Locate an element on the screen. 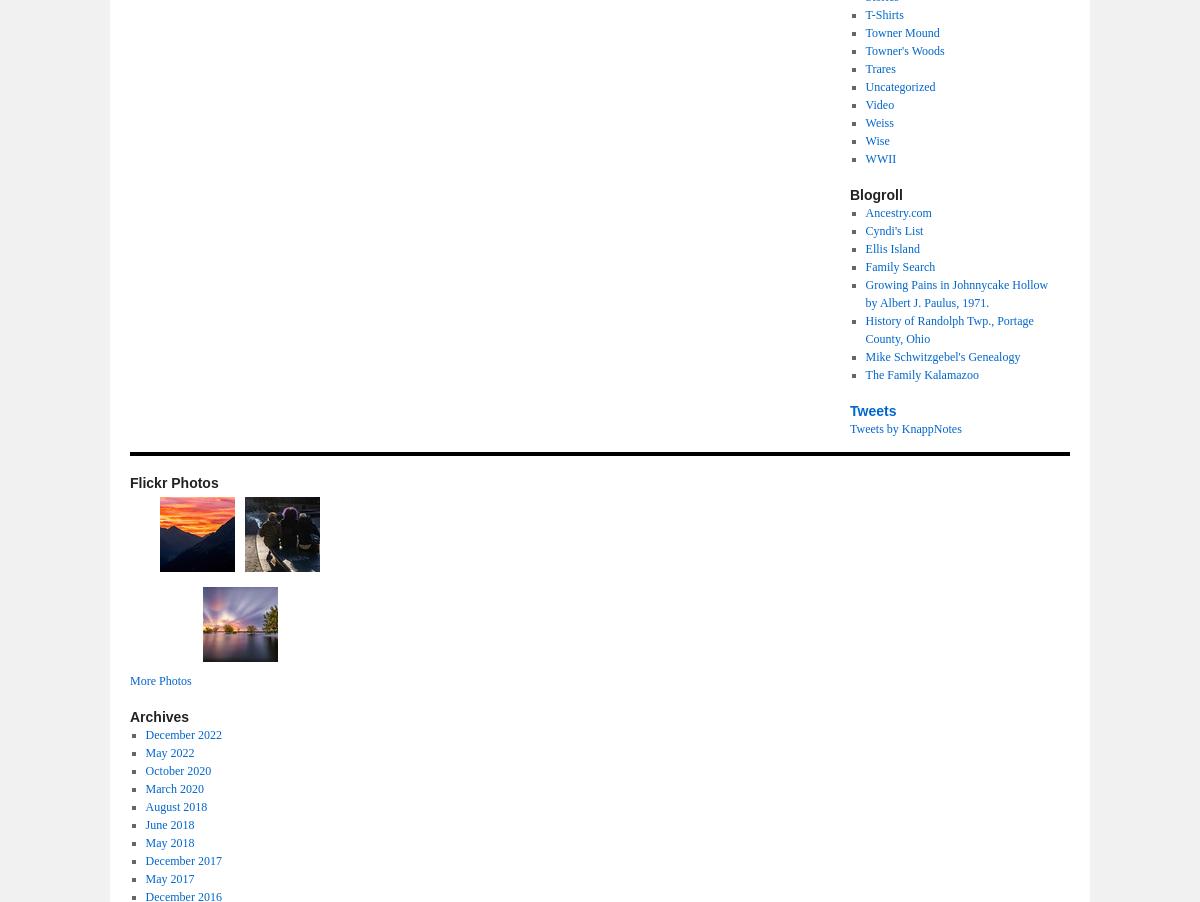 This screenshot has width=1200, height=902. 'More Photos' is located at coordinates (129, 681).